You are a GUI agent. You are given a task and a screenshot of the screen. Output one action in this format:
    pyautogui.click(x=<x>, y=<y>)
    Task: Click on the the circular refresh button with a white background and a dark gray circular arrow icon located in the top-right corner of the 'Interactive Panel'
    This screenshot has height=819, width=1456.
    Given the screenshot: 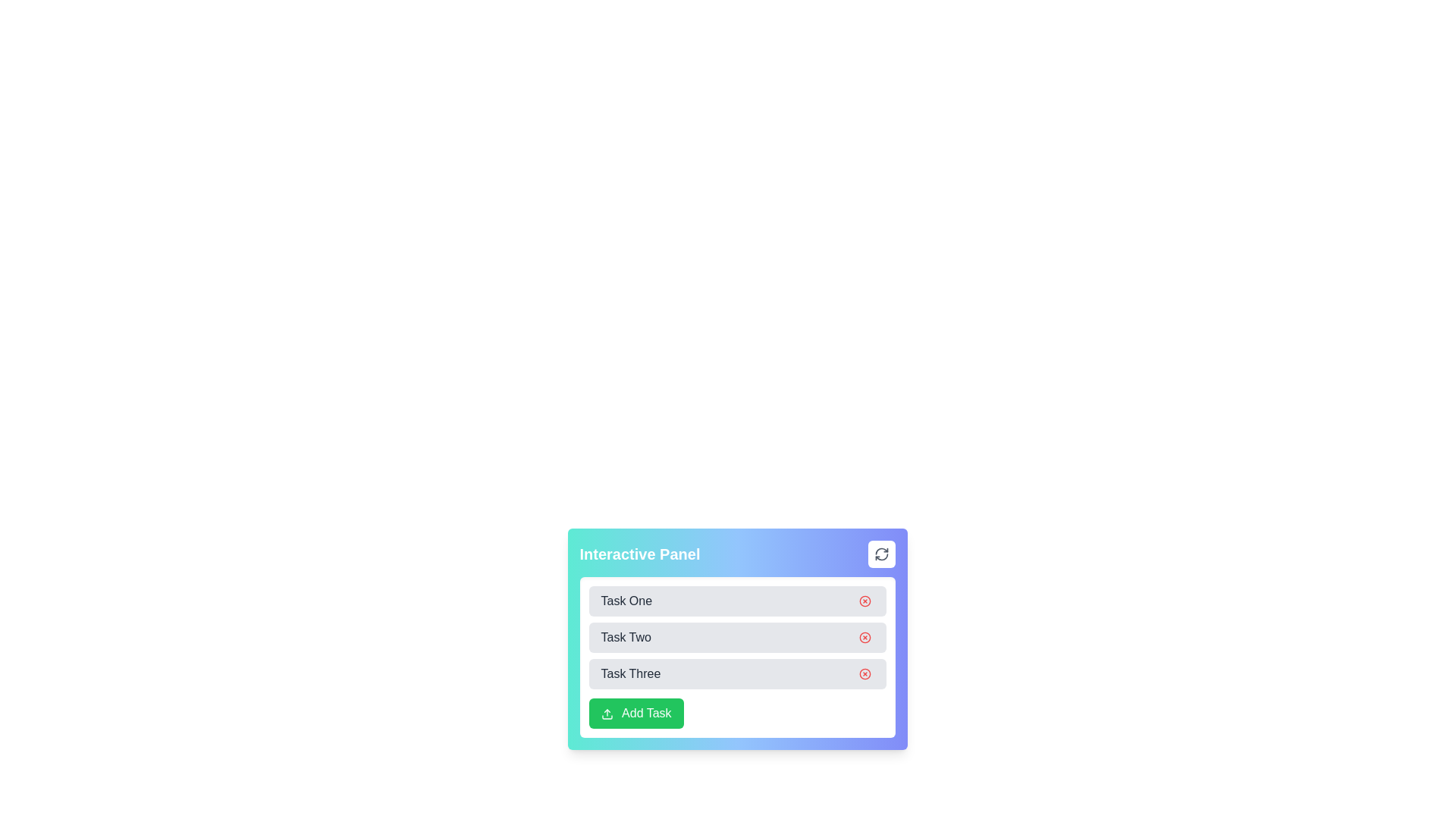 What is the action you would take?
    pyautogui.click(x=881, y=554)
    